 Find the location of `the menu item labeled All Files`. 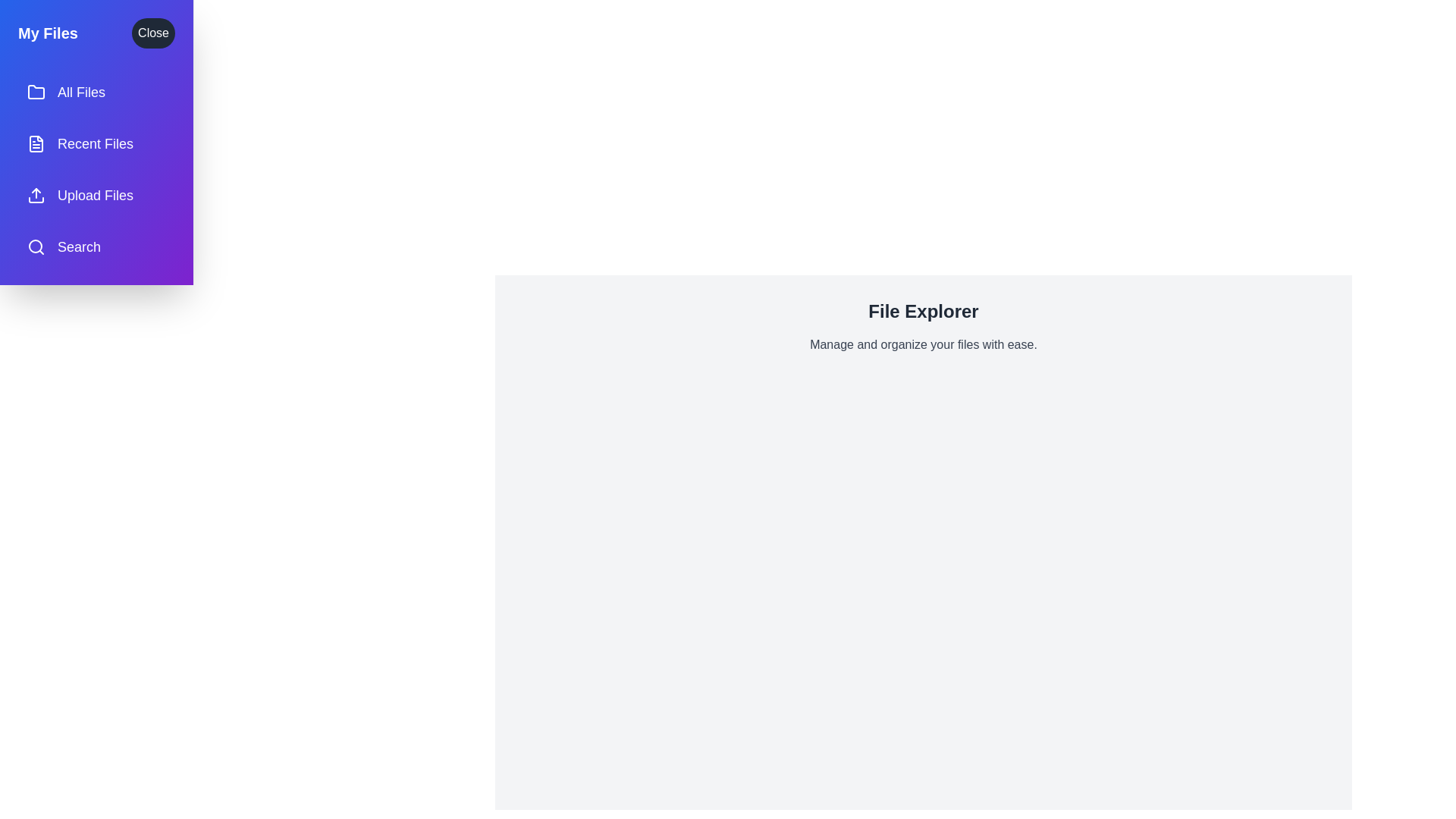

the menu item labeled All Files is located at coordinates (96, 93).